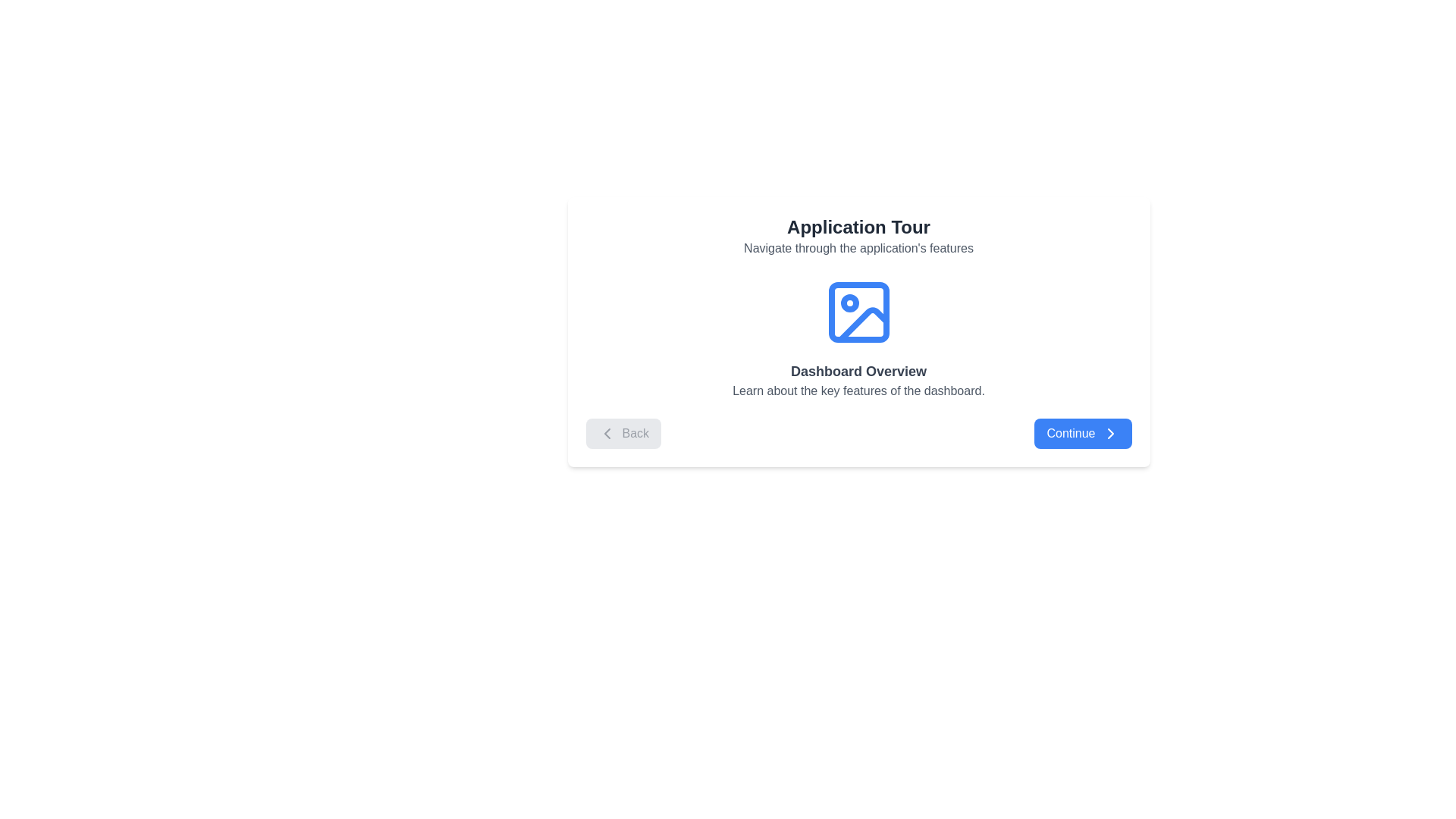  I want to click on the dashboard icon located at the center of the 'Dashboard Overview' section, positioned between the section title and explanatory text, so click(858, 312).